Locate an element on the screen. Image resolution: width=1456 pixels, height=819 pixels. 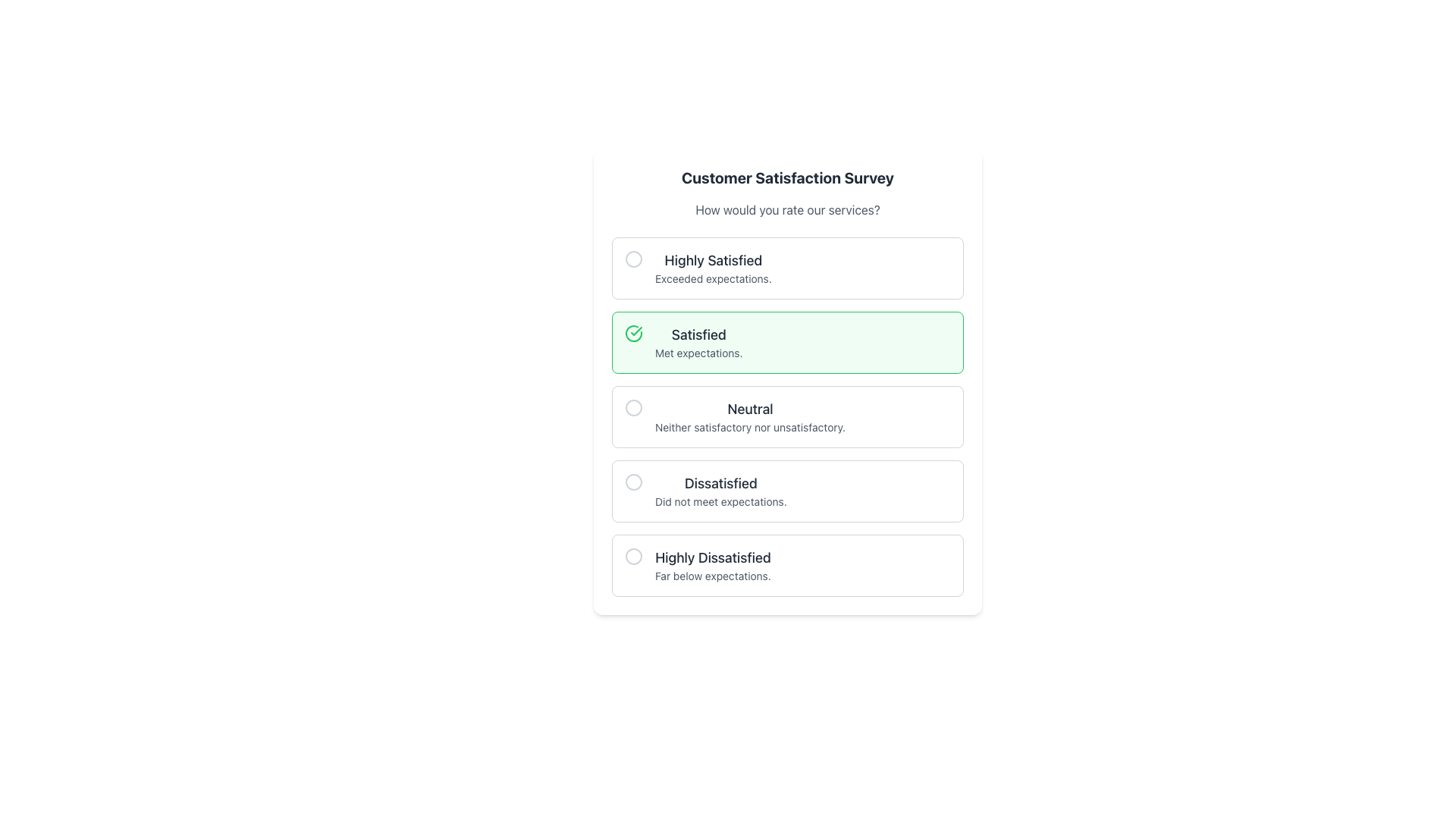
the Radio Button Indicator for the 'Highly Dissatisfied' feedback option in the customer satisfaction survey interface, located in the fifth row is located at coordinates (633, 556).